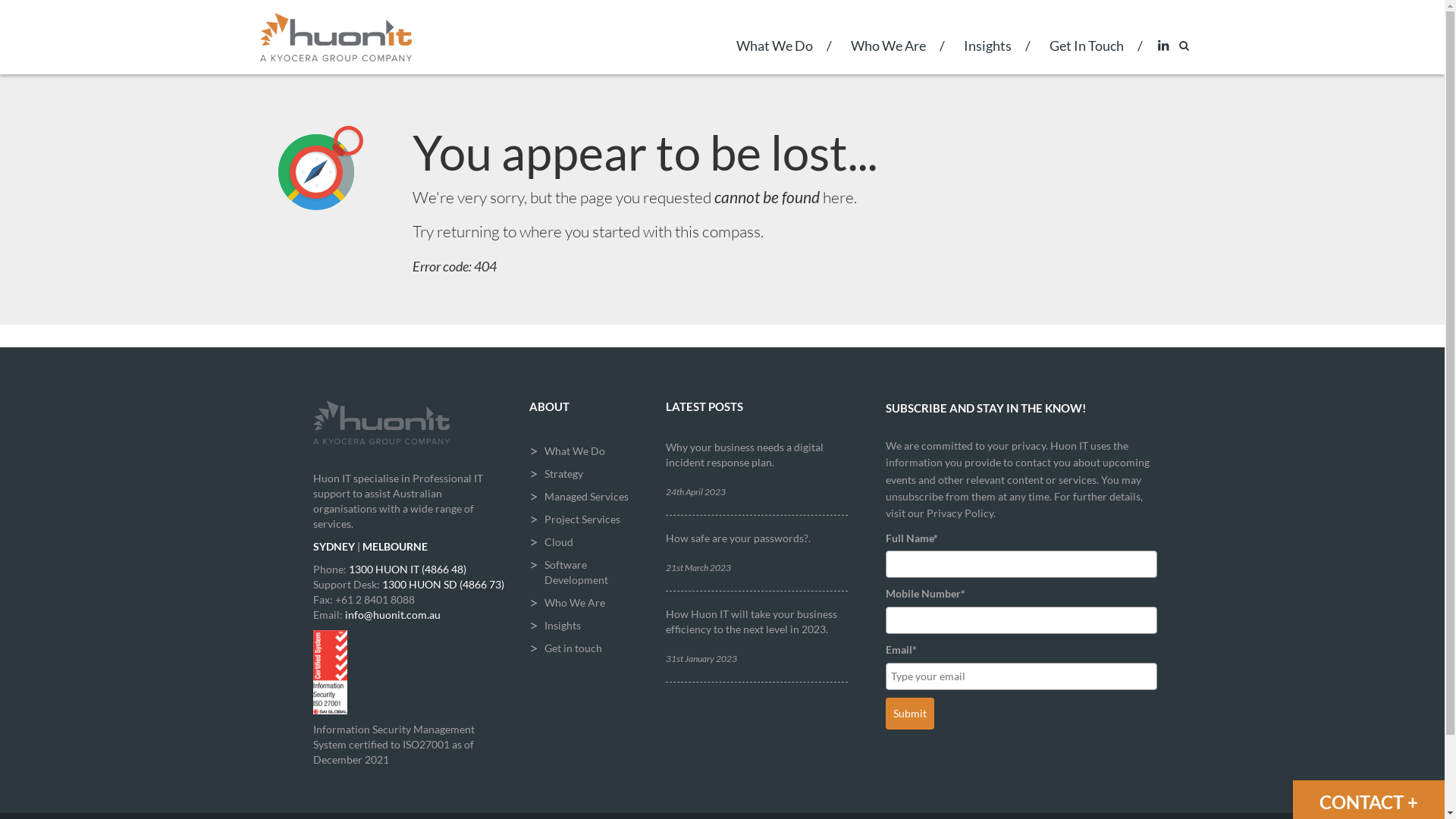 This screenshot has width=1456, height=819. What do you see at coordinates (407, 569) in the screenshot?
I see `'1300 HUON IT (4866 48)'` at bounding box center [407, 569].